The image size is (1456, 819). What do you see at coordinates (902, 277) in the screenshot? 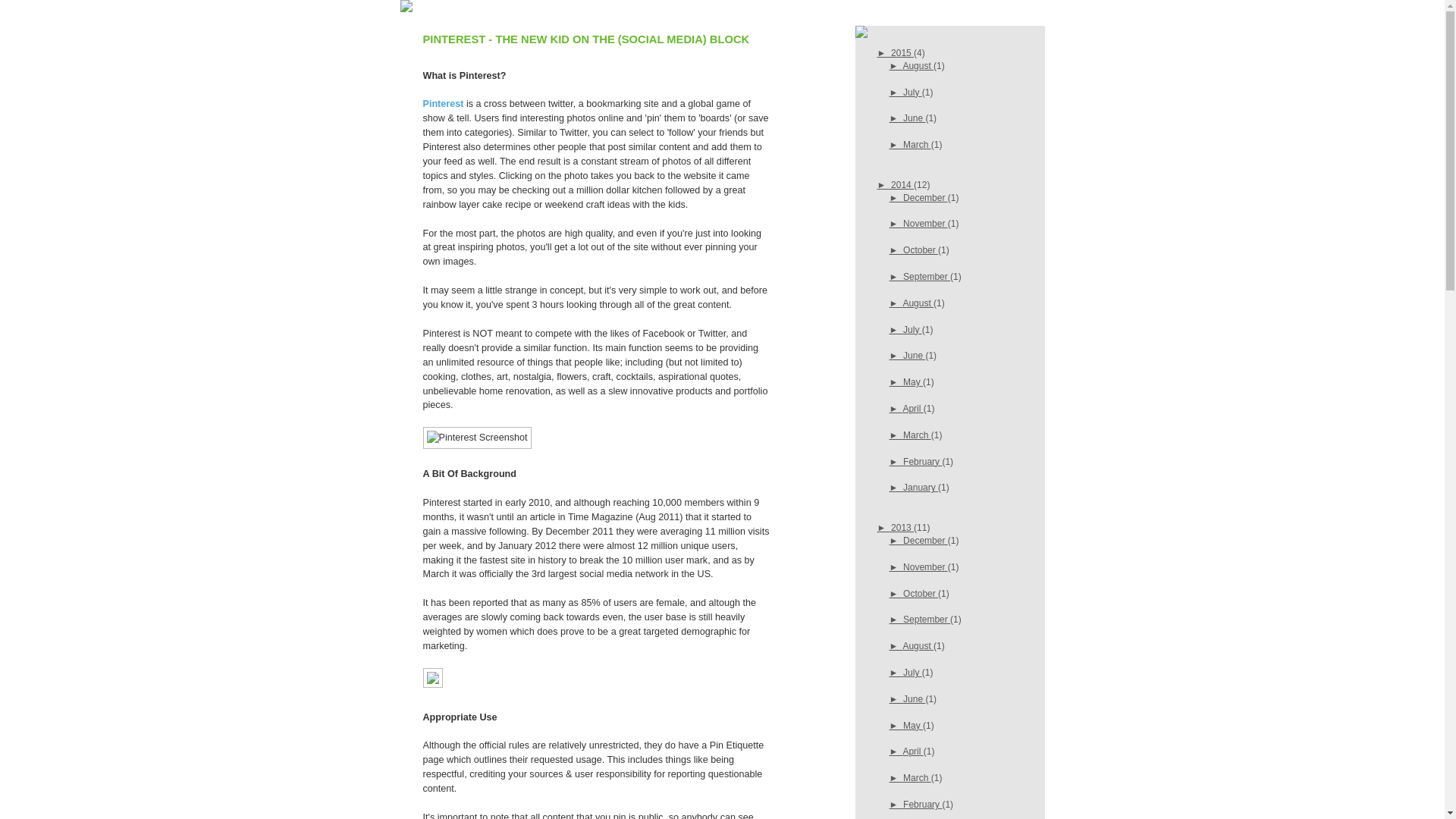
I see `'September'` at bounding box center [902, 277].